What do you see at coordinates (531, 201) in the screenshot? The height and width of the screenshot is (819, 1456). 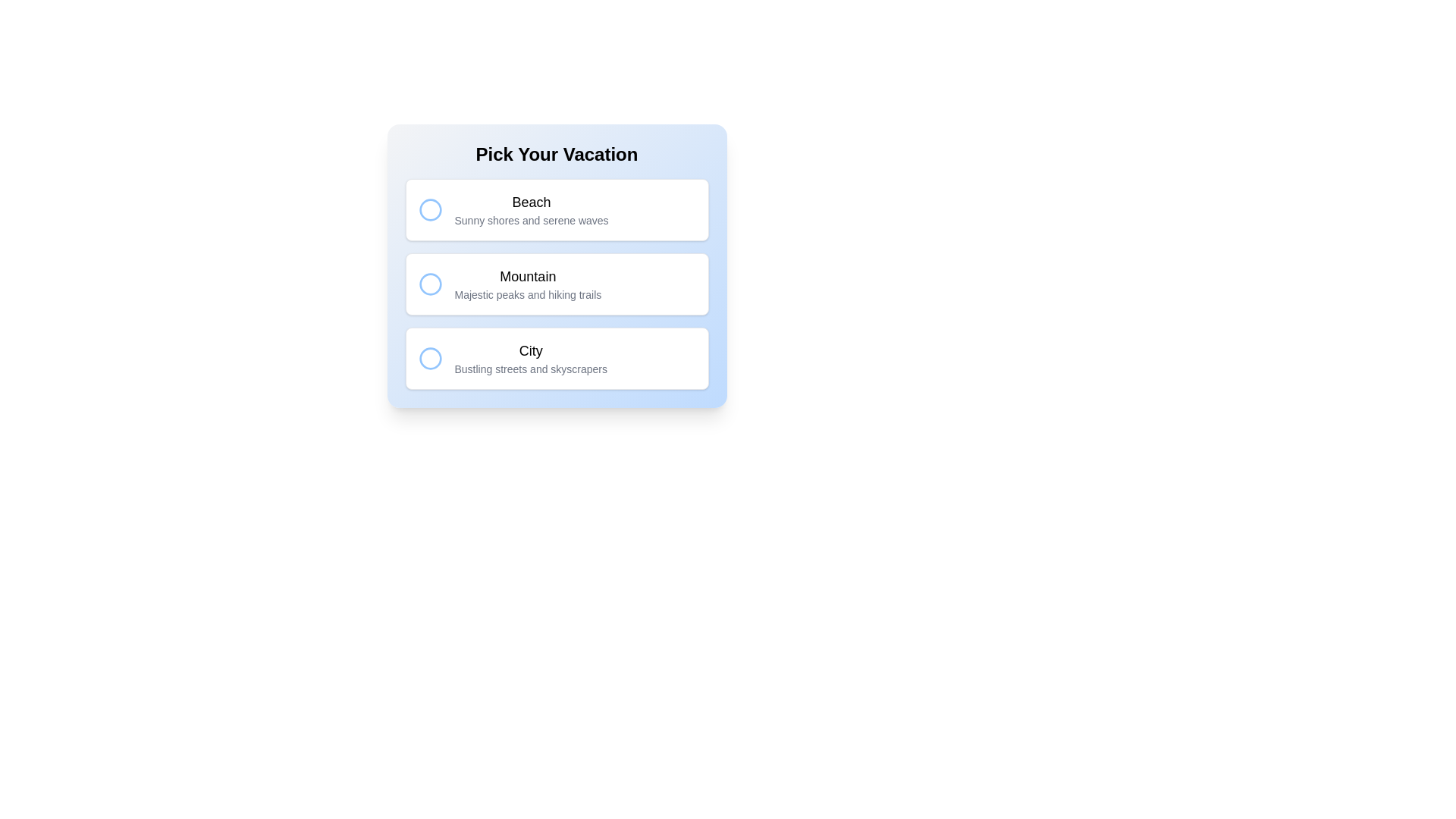 I see `the text element "Beach" which is displayed prominently in a bold font style as the header of its section` at bounding box center [531, 201].